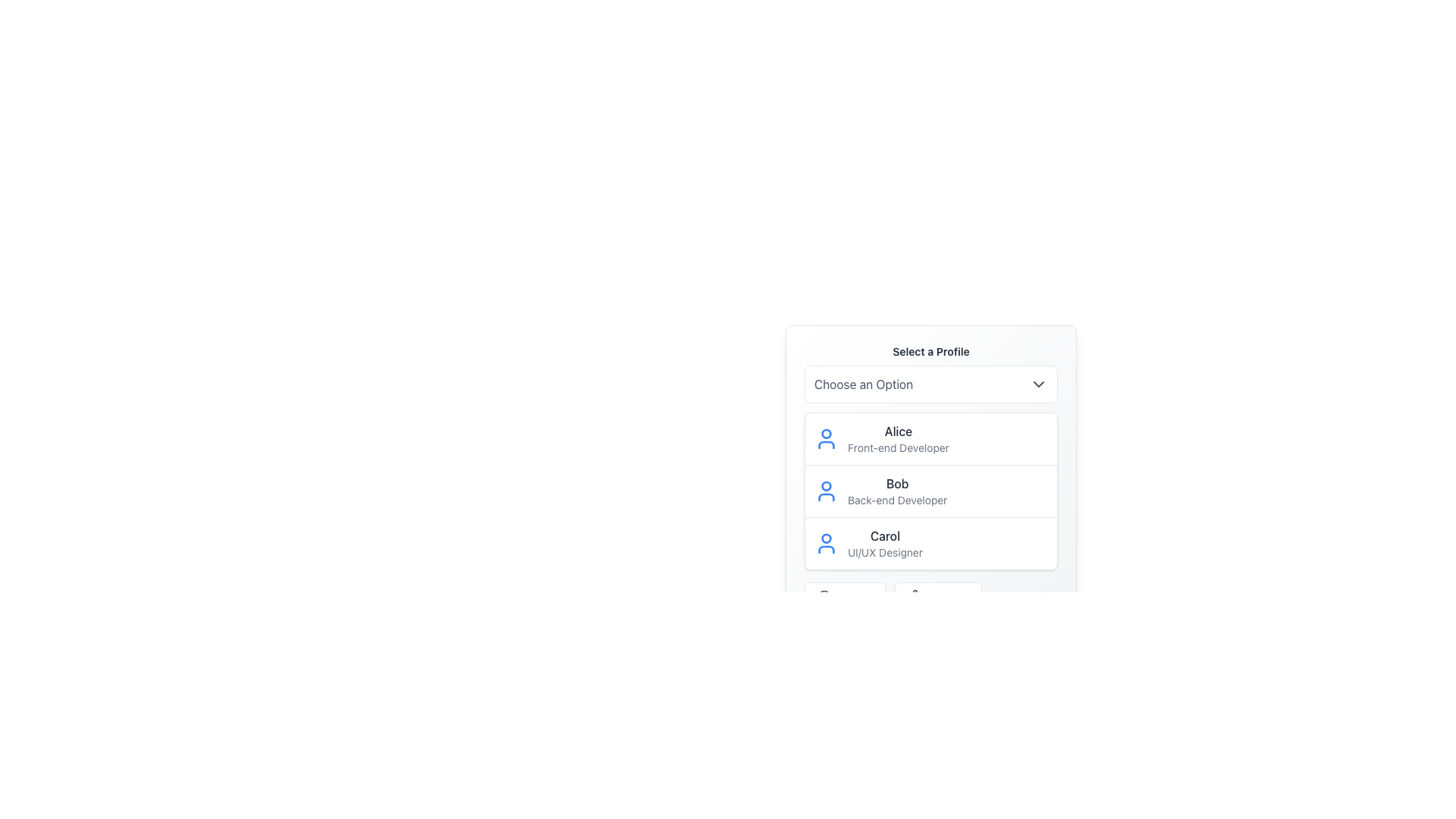  I want to click on the text element displaying 'Carol' and 'UI/UX Designer' within the third user profile card in the vertical list, so click(885, 543).